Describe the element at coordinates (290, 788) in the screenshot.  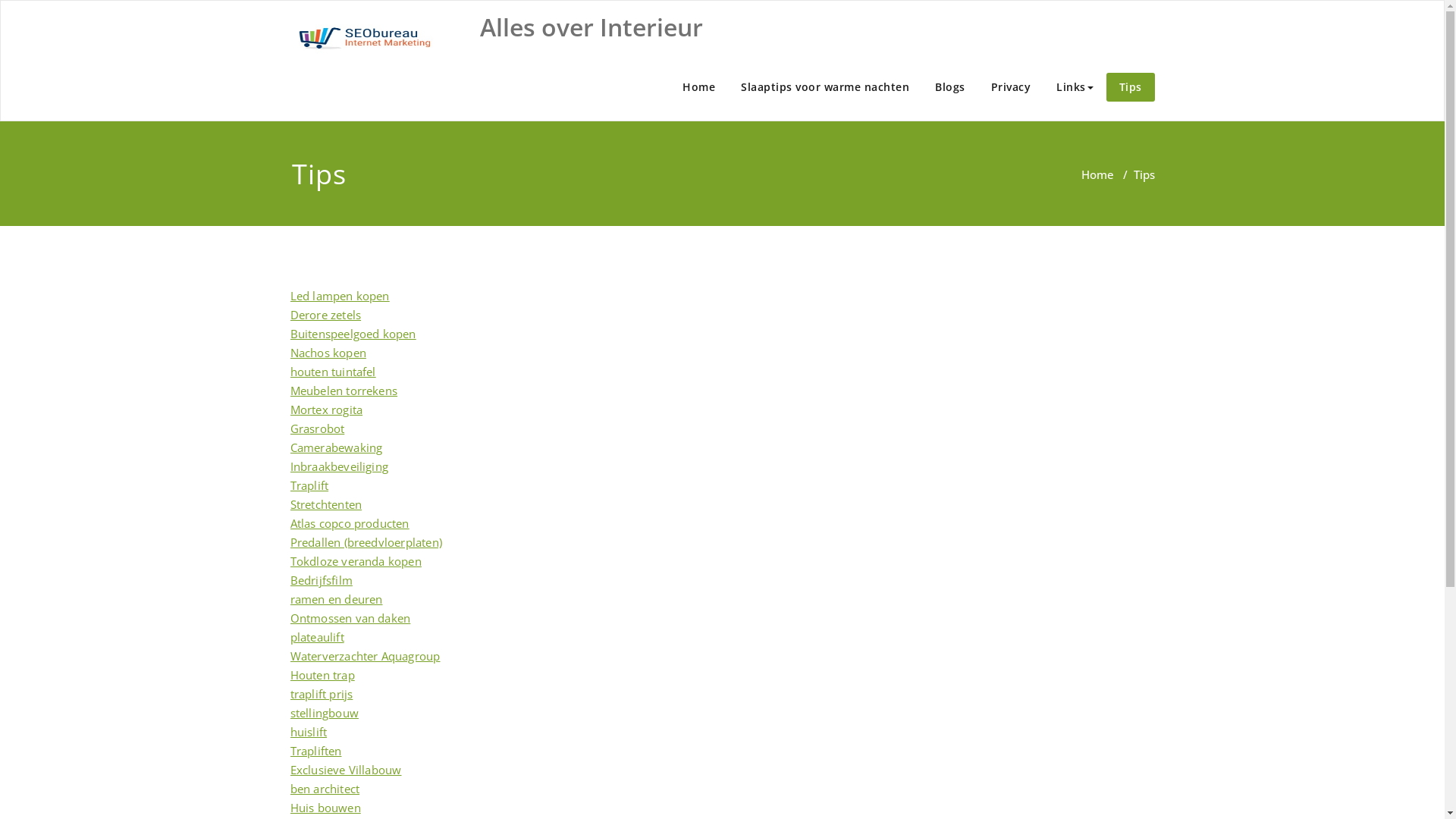
I see `'ben architect'` at that location.